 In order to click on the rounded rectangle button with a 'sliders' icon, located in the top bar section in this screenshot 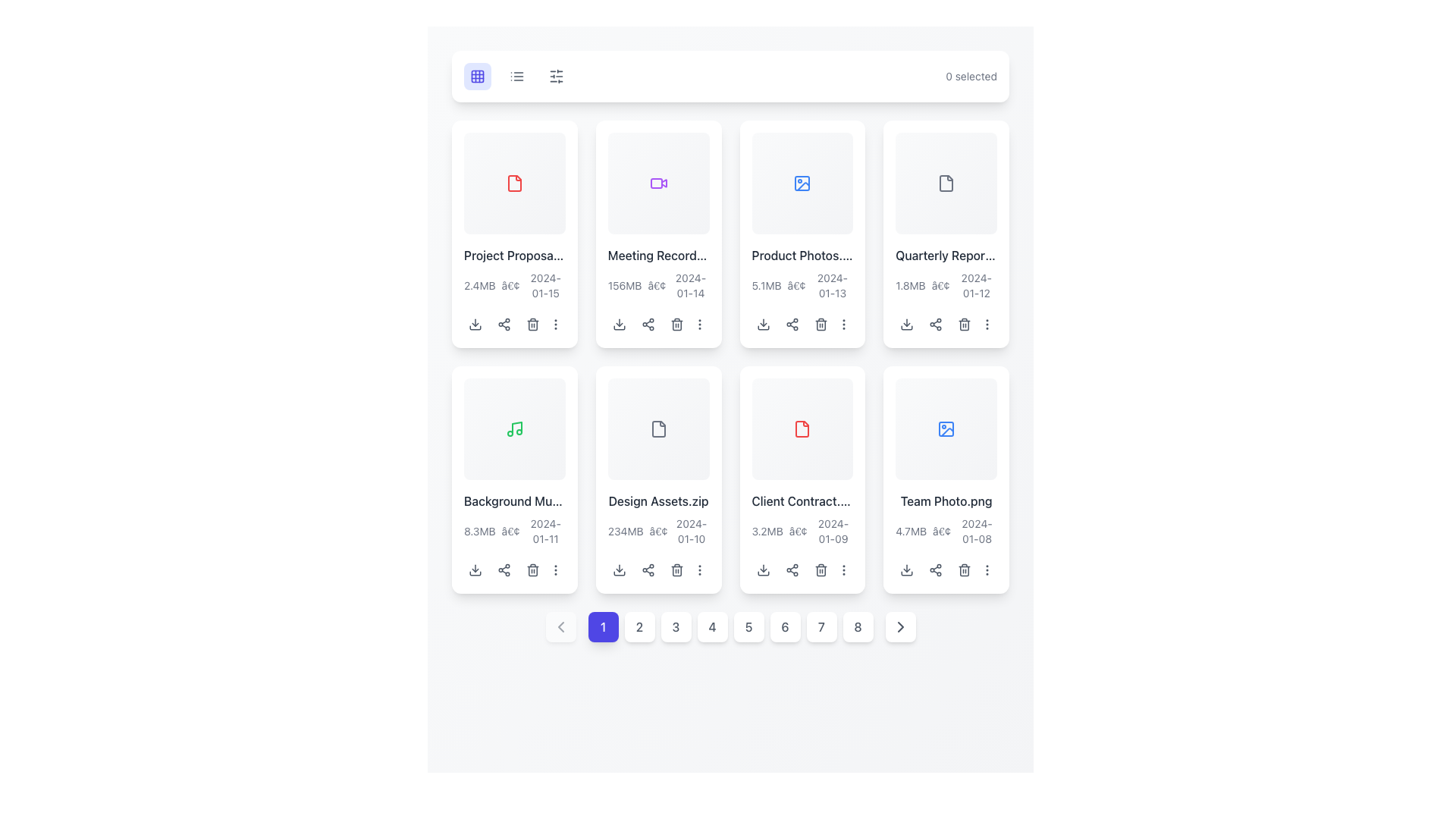, I will do `click(556, 76)`.